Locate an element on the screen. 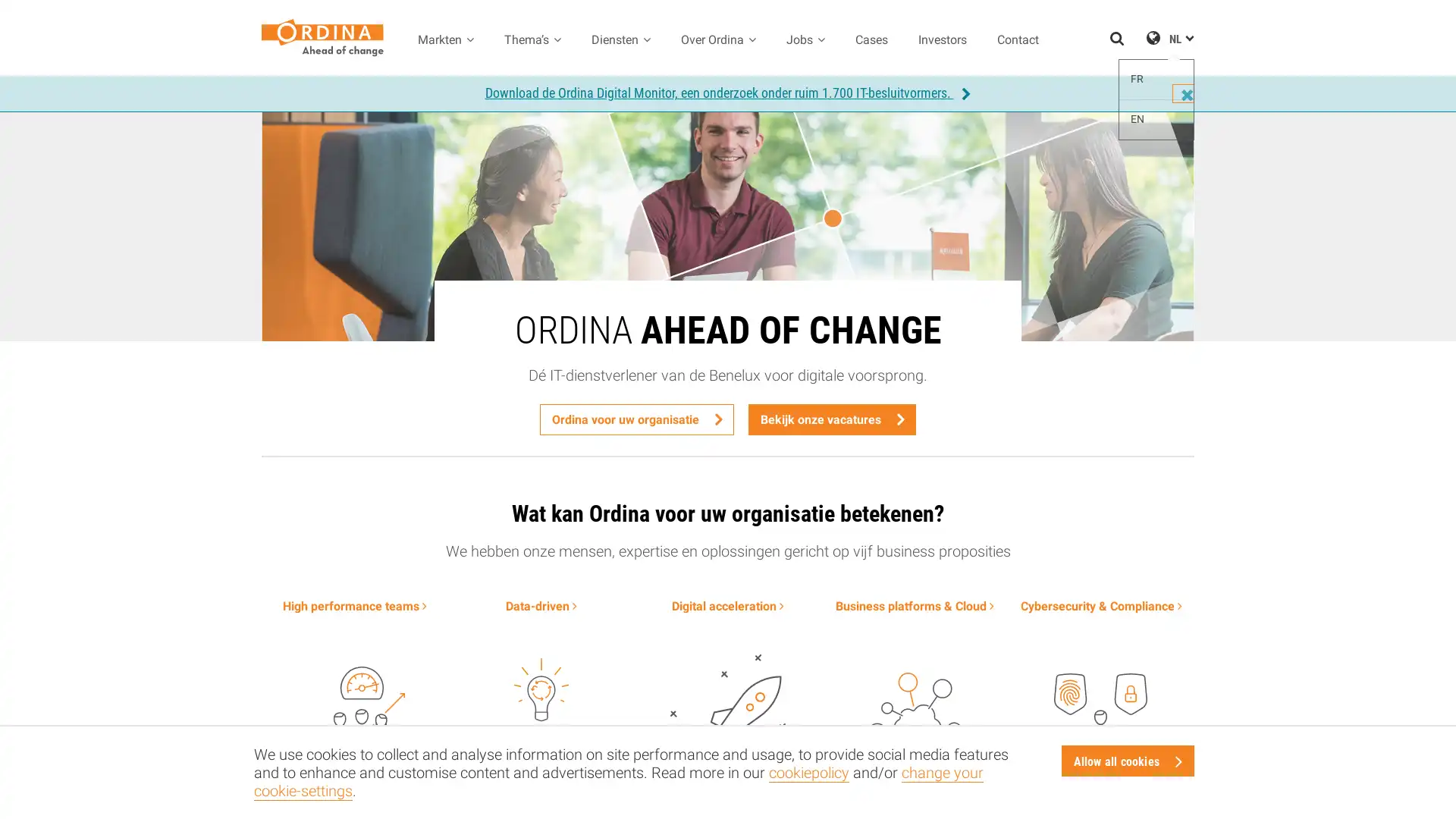  Zoeken openen / sluiten is located at coordinates (1117, 37).